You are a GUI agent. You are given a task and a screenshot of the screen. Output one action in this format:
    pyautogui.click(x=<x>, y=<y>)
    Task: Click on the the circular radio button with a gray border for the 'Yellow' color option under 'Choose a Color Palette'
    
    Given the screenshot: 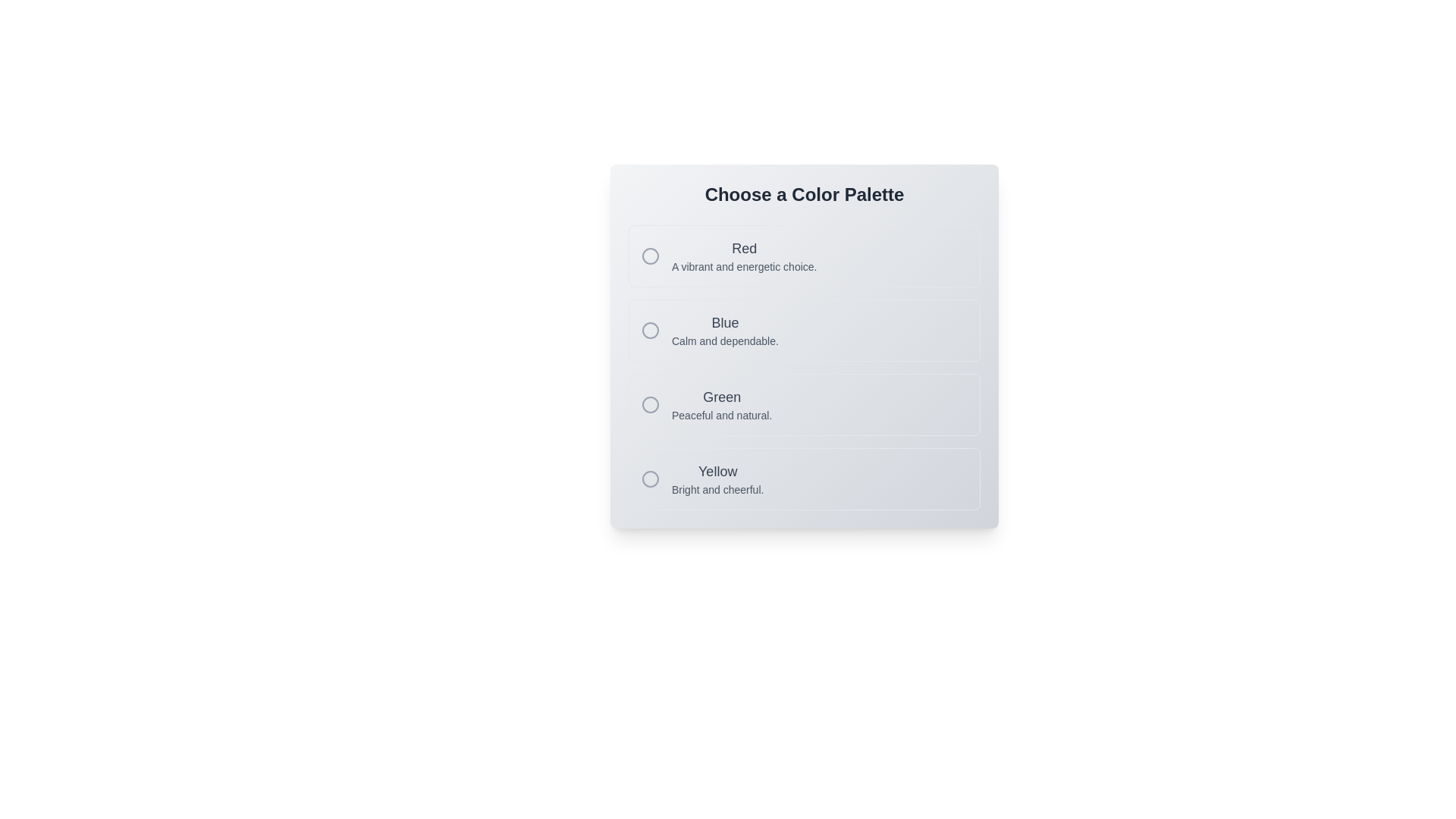 What is the action you would take?
    pyautogui.click(x=651, y=479)
    